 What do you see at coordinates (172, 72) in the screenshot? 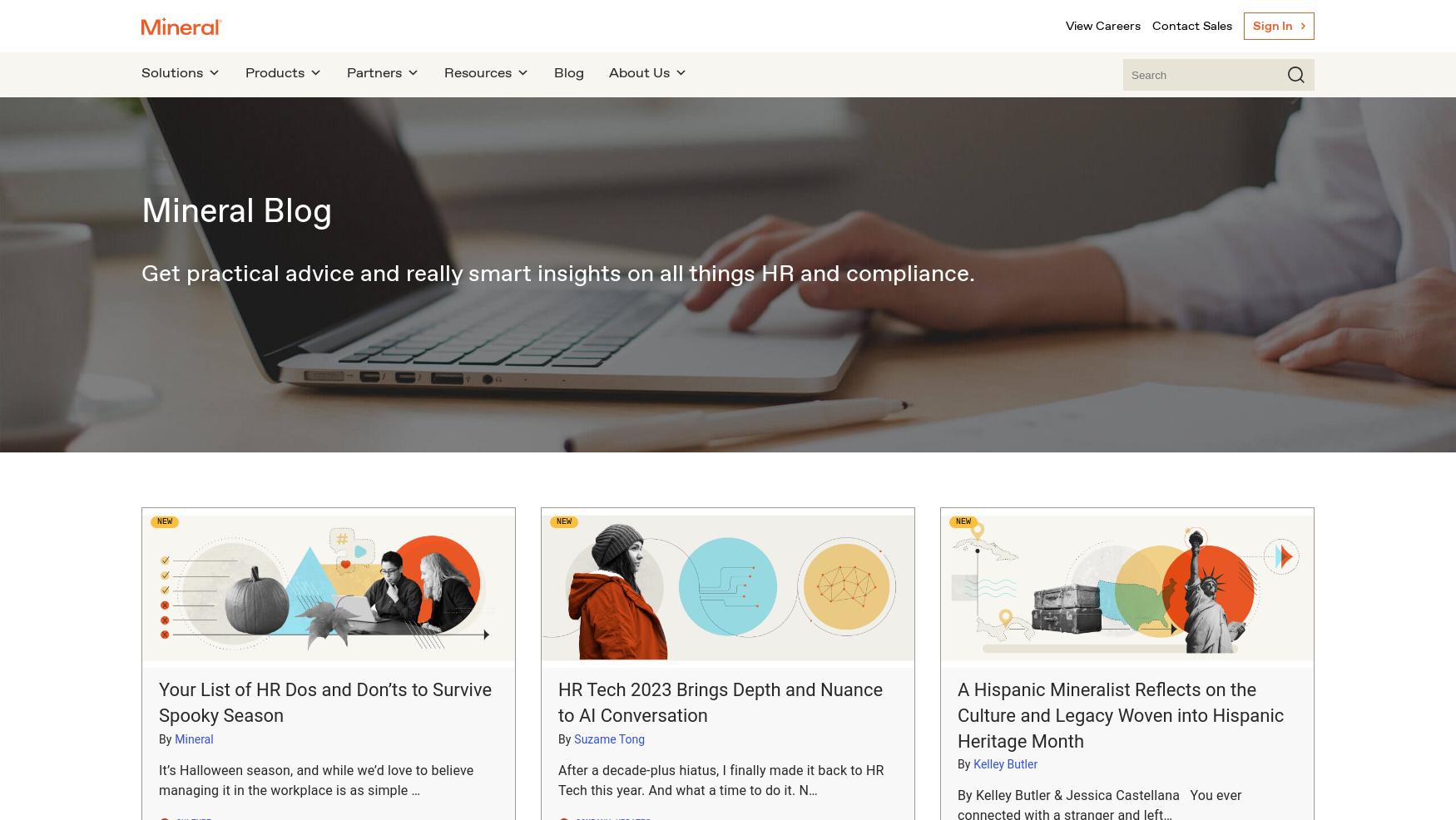
I see `'Solutions'` at bounding box center [172, 72].